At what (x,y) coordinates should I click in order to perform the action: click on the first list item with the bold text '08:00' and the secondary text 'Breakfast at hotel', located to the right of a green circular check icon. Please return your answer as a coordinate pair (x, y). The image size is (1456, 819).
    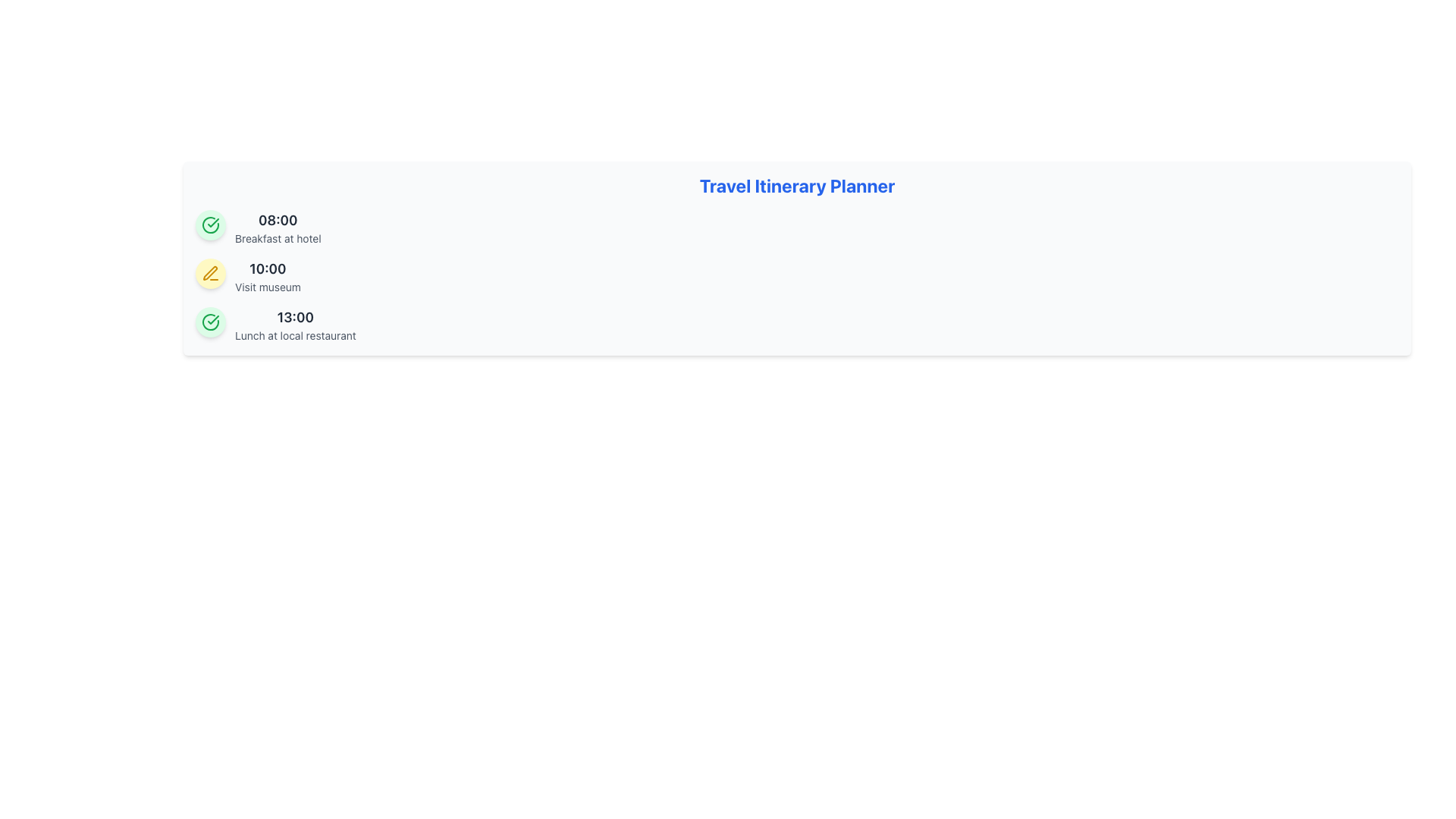
    Looking at the image, I should click on (278, 227).